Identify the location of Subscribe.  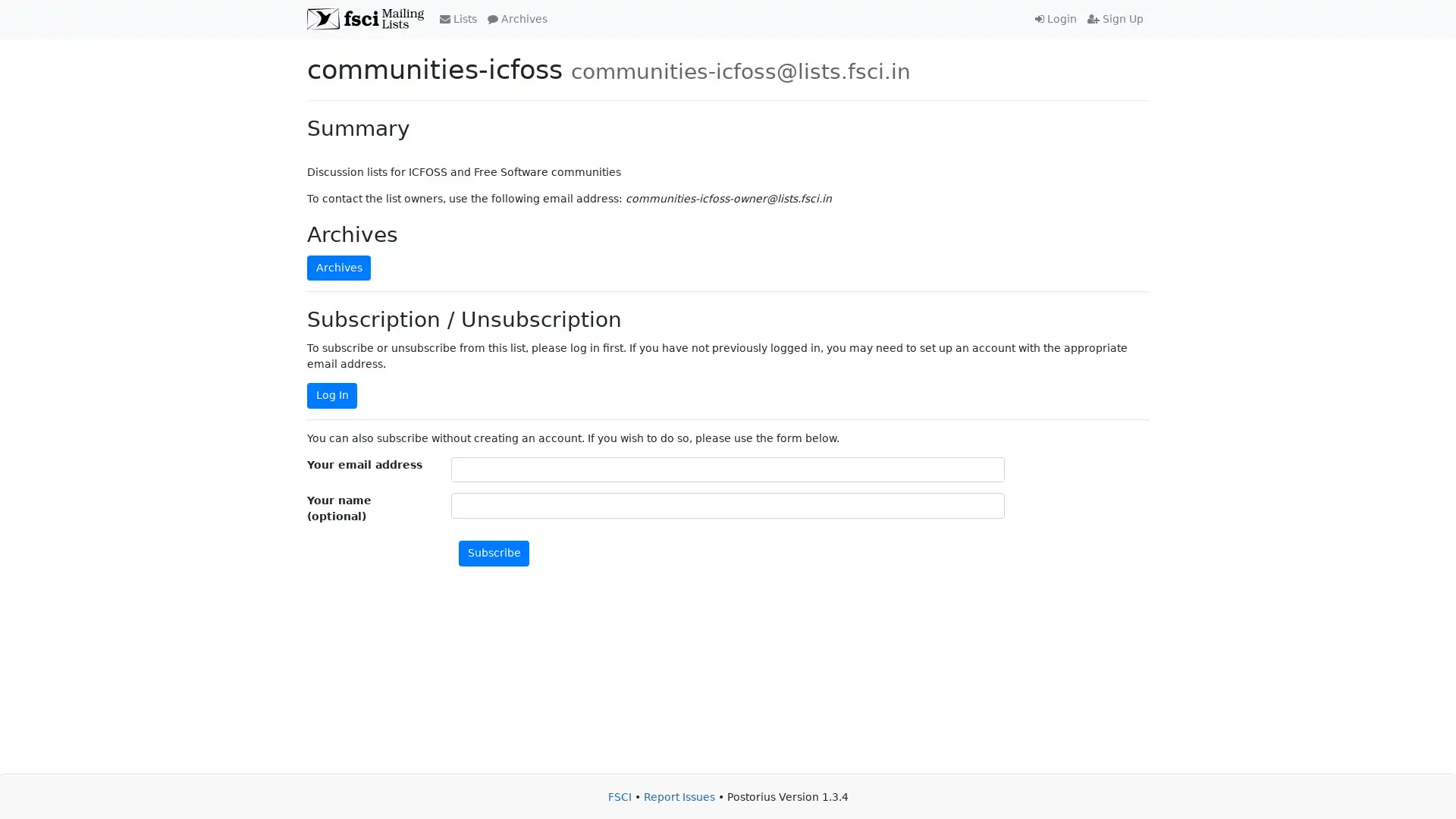
(494, 553).